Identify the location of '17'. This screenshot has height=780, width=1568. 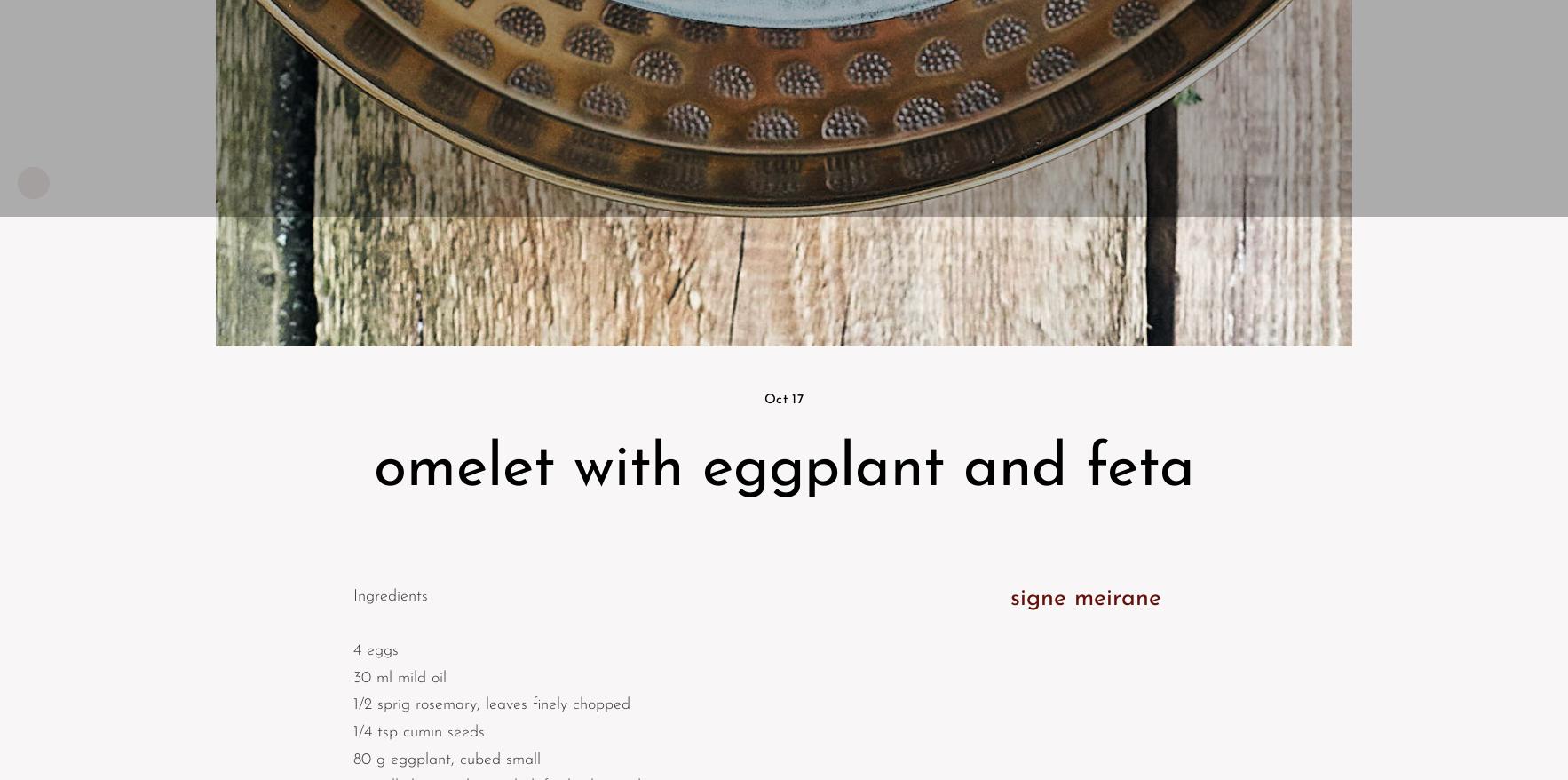
(796, 398).